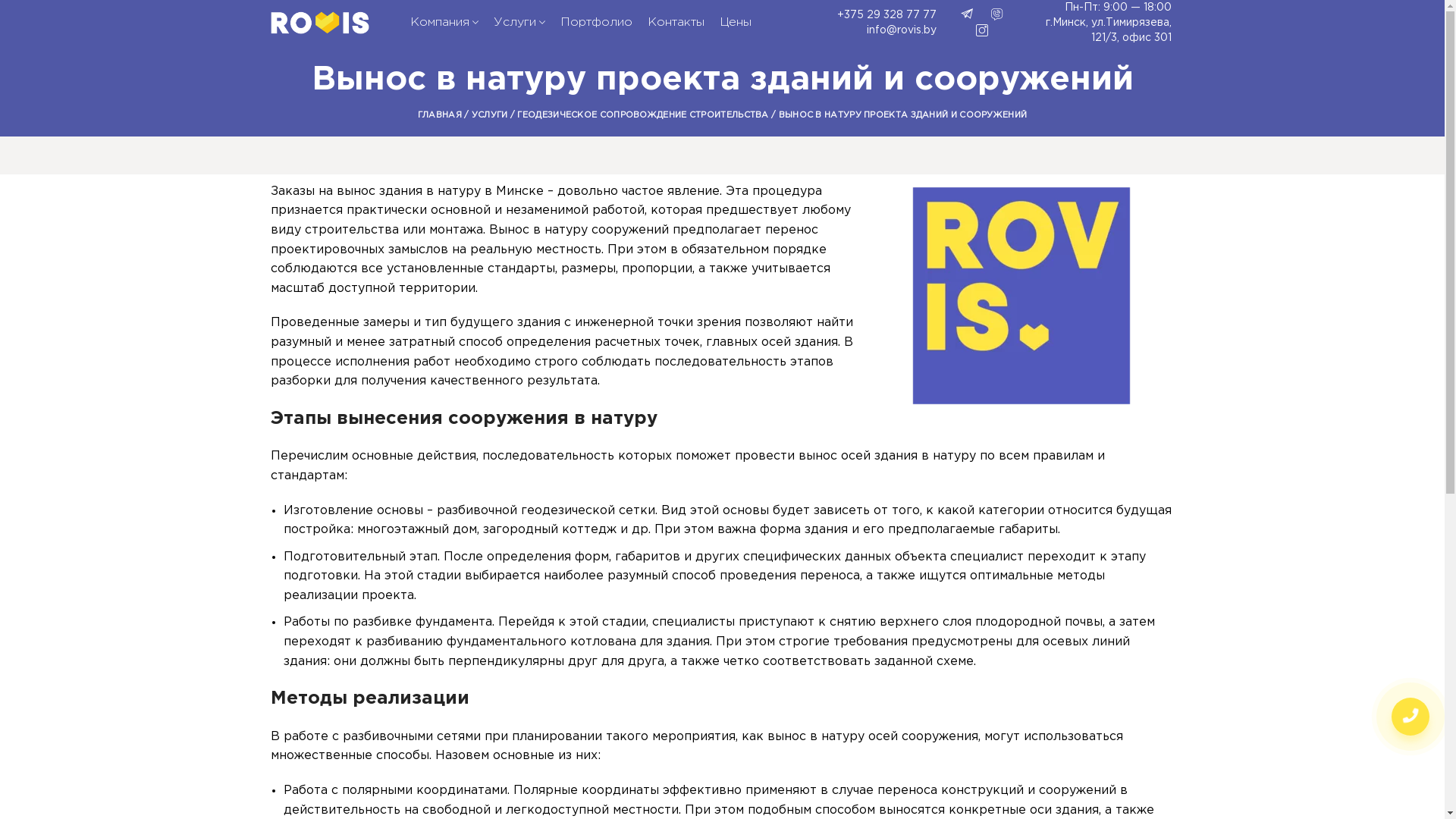 The image size is (1456, 819). What do you see at coordinates (792, 14) in the screenshot?
I see `'+375 29 328 77 77'` at bounding box center [792, 14].